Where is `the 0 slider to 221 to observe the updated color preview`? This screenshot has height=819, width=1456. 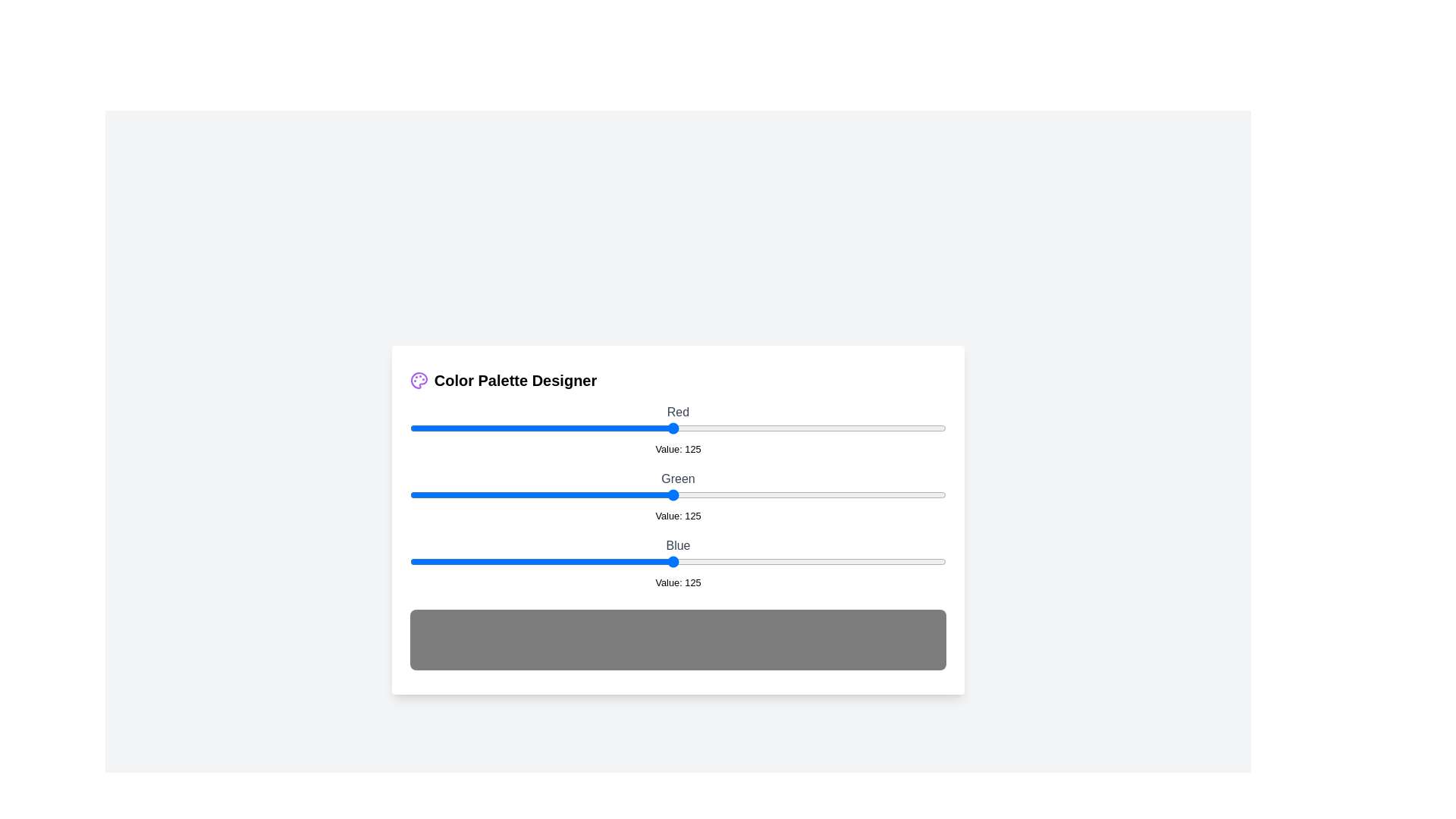 the 0 slider to 221 to observe the updated color preview is located at coordinates (874, 428).